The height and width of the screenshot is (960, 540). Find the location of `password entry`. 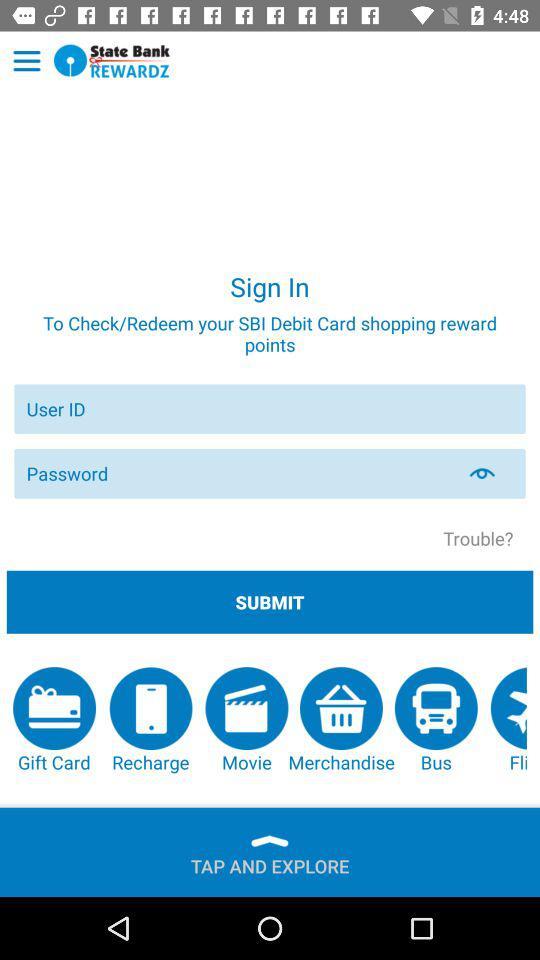

password entry is located at coordinates (238, 473).